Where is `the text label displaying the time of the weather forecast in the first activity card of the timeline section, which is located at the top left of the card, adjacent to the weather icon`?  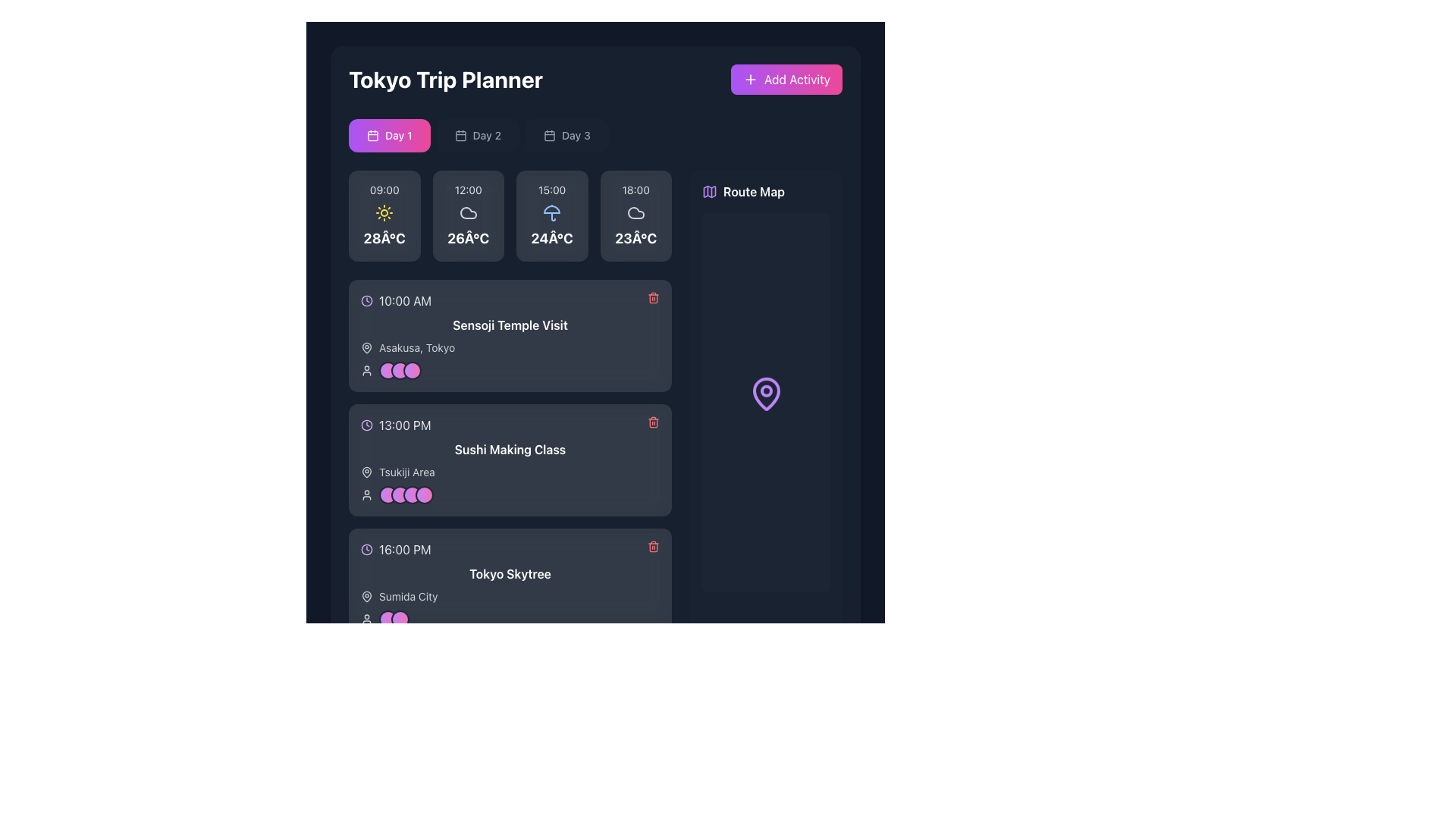 the text label displaying the time of the weather forecast in the first activity card of the timeline section, which is located at the top left of the card, adjacent to the weather icon is located at coordinates (384, 189).